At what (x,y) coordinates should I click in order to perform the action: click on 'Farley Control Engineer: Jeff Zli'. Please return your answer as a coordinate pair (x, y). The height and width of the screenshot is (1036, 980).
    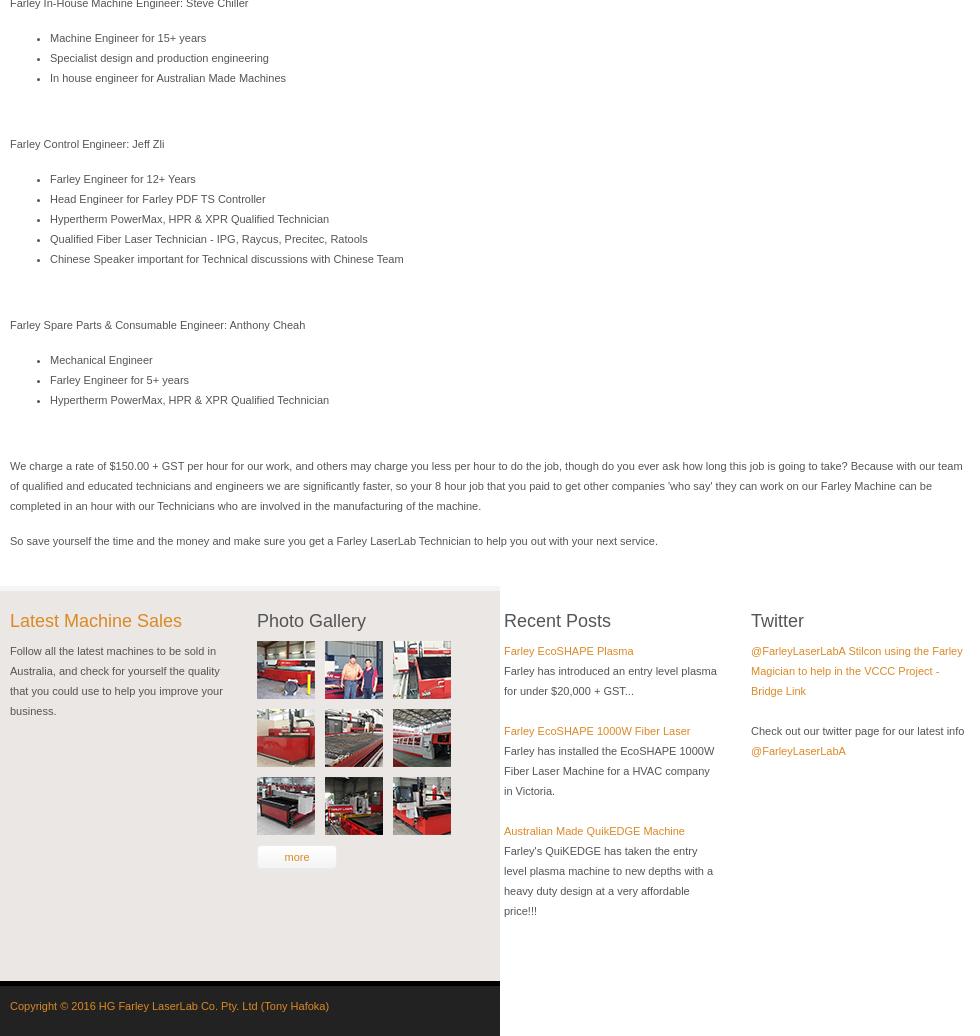
    Looking at the image, I should click on (87, 144).